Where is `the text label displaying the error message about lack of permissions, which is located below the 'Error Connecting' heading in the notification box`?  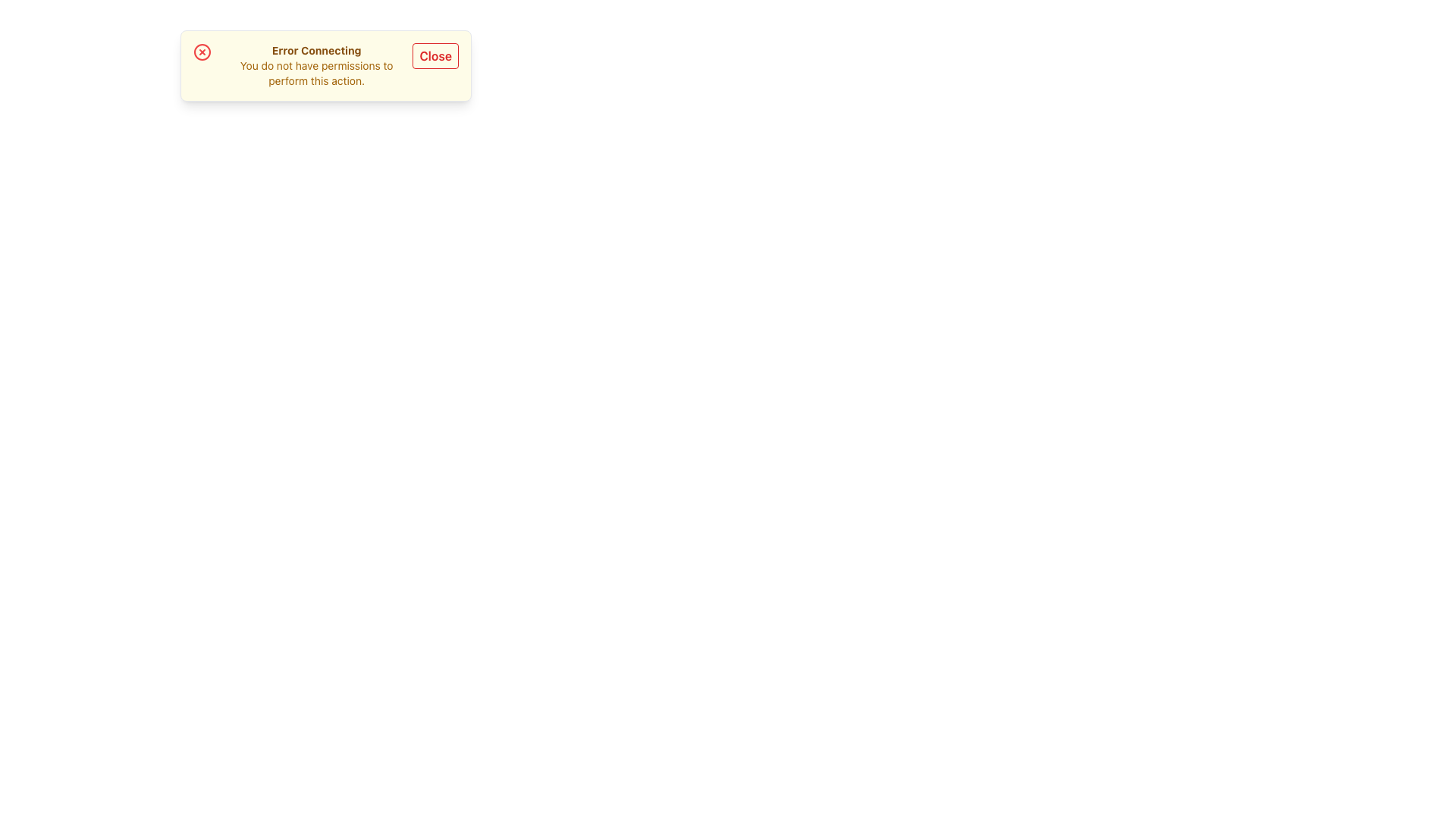 the text label displaying the error message about lack of permissions, which is located below the 'Error Connecting' heading in the notification box is located at coordinates (315, 73).